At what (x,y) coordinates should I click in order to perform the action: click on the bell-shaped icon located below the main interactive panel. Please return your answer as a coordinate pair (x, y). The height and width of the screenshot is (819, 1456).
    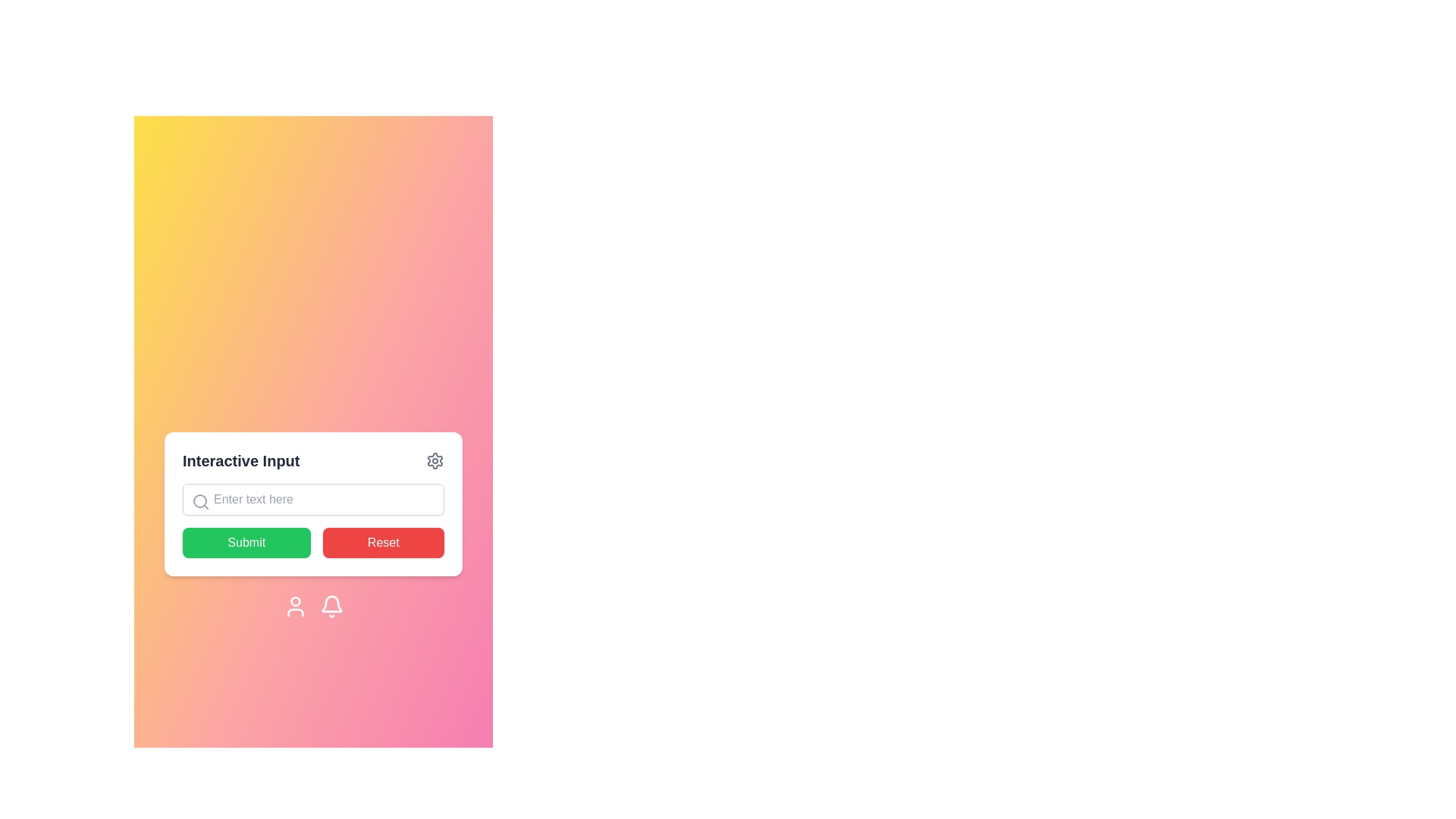
    Looking at the image, I should click on (331, 605).